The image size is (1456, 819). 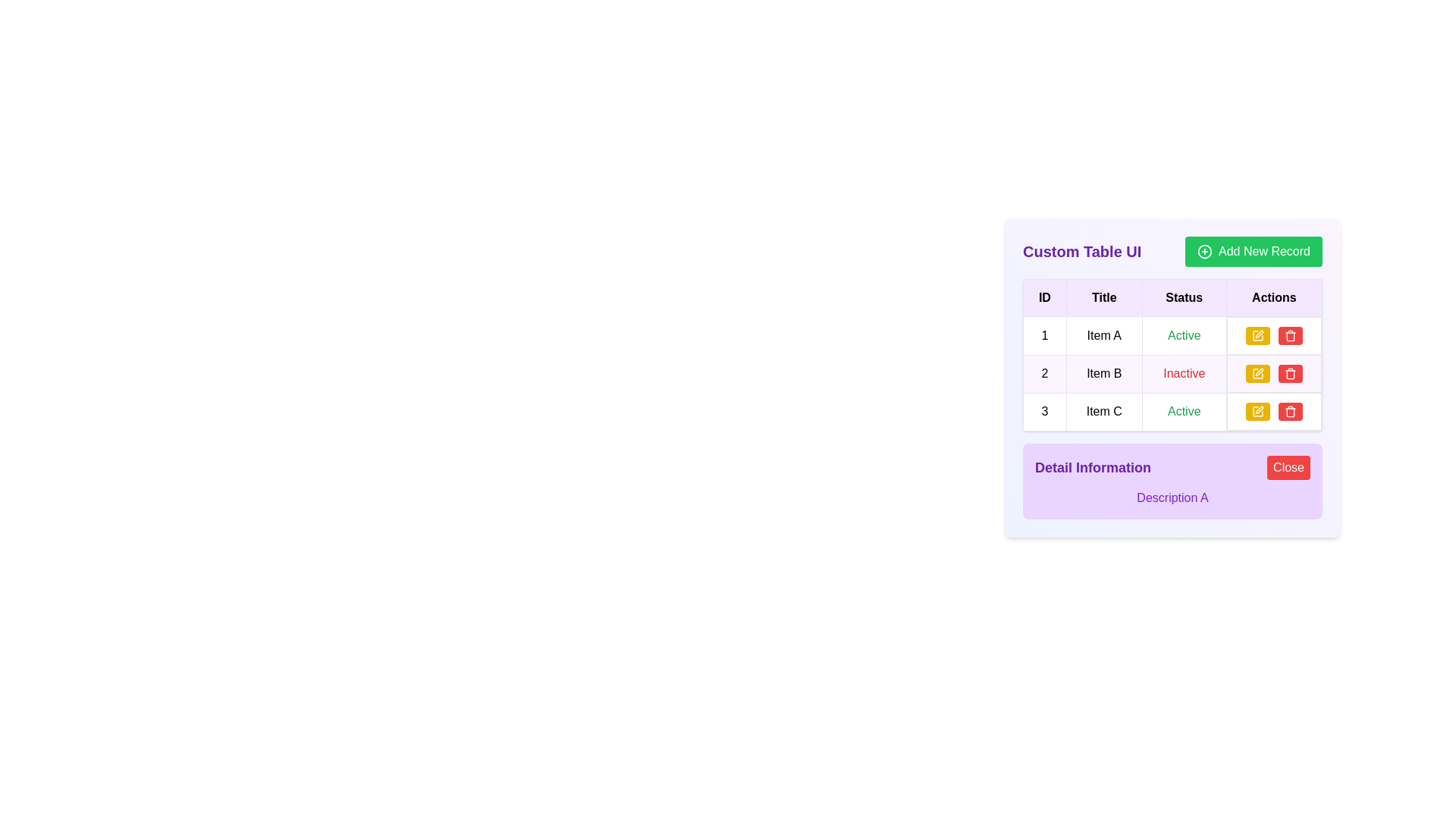 What do you see at coordinates (1259, 409) in the screenshot?
I see `the edit icon button located in the 'Actions' column of the second row in the table` at bounding box center [1259, 409].